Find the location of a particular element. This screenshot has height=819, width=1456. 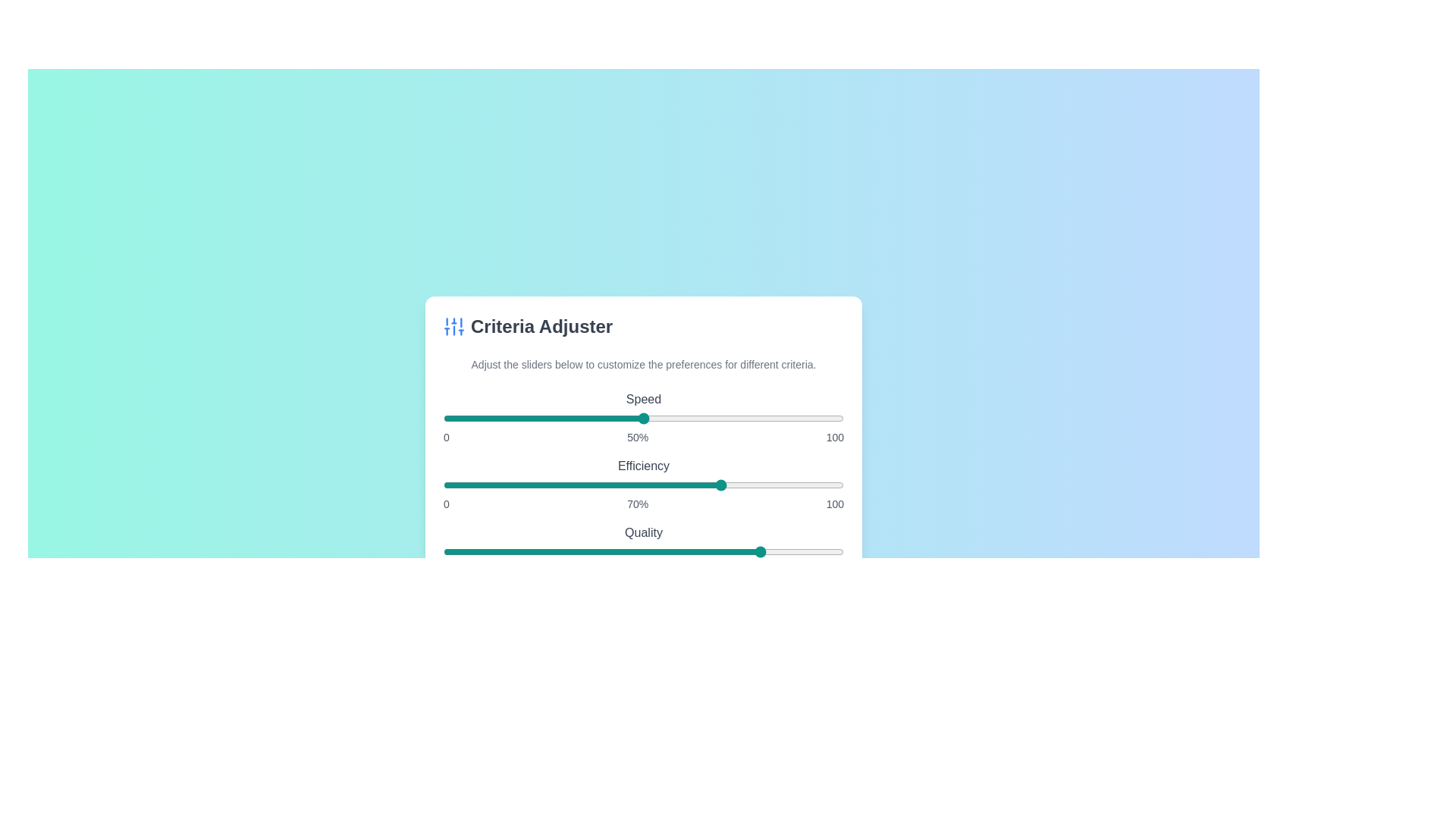

the 'Quality' slider to set its value to 34 is located at coordinates (579, 552).